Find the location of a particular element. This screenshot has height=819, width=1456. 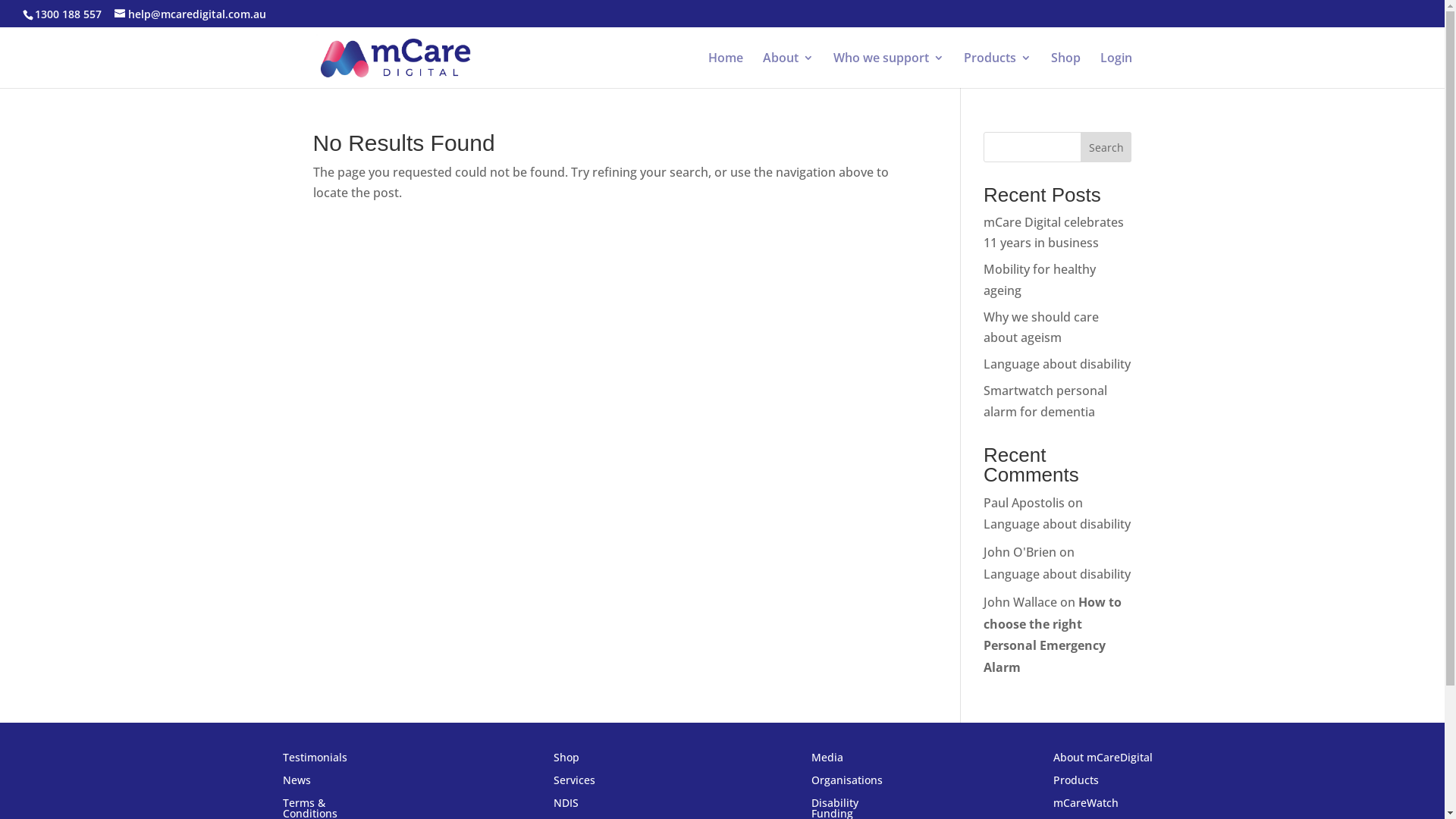

'Home' is located at coordinates (724, 70).